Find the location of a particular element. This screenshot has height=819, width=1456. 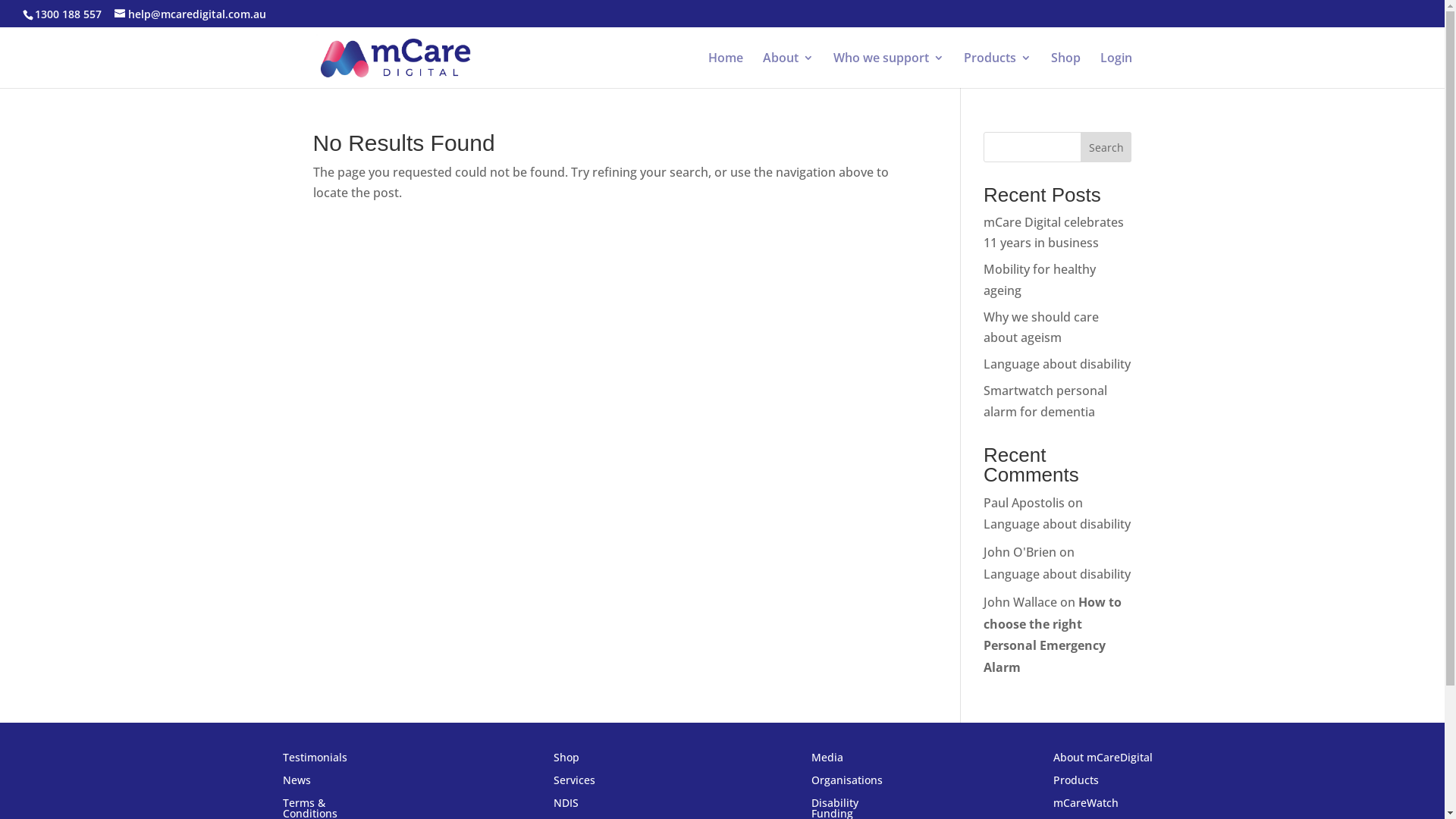

'Home' is located at coordinates (724, 70).